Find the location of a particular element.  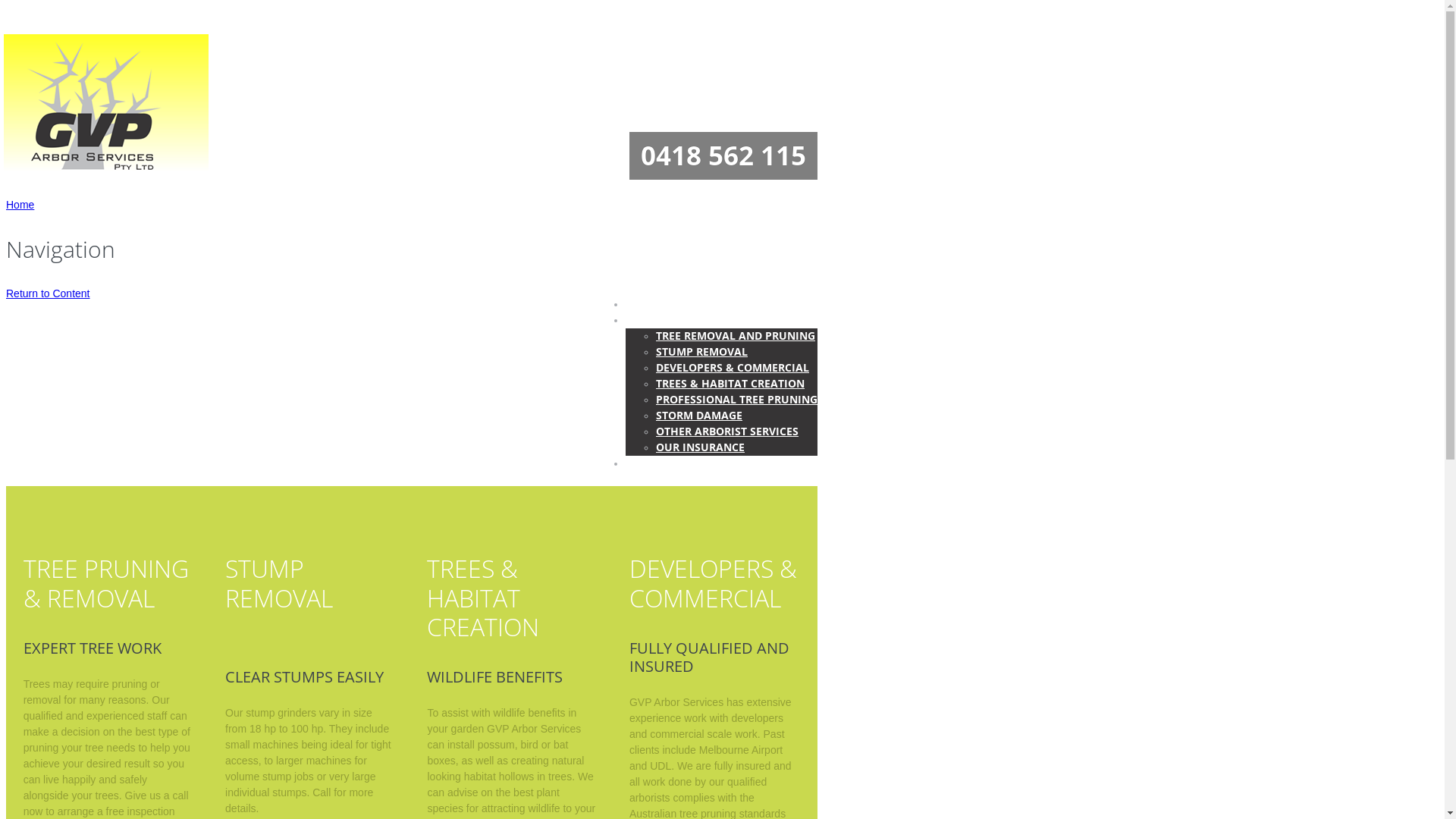

'TREES & HABITAT CREATION' is located at coordinates (730, 382).